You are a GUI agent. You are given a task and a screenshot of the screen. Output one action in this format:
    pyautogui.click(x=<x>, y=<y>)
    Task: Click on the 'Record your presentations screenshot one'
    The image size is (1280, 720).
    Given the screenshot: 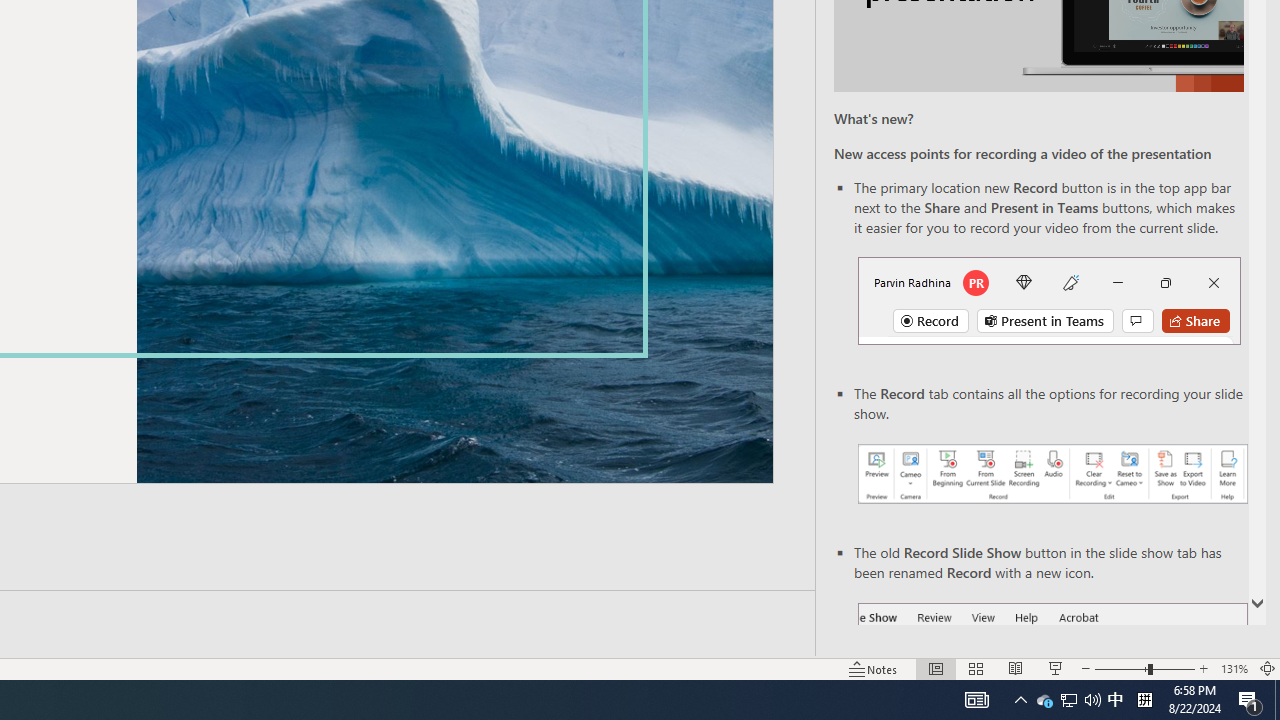 What is the action you would take?
    pyautogui.click(x=1051, y=474)
    